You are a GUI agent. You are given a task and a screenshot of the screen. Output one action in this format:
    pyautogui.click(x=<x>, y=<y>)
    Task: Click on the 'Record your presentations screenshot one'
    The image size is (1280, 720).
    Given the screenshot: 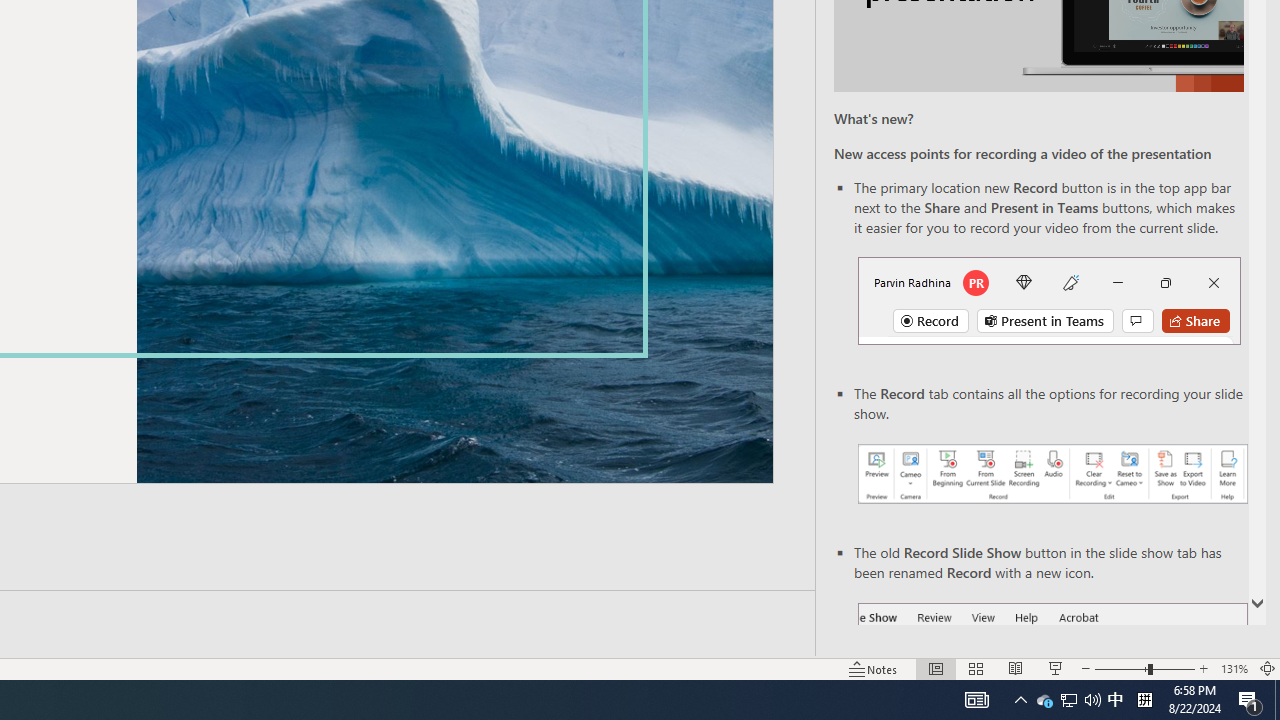 What is the action you would take?
    pyautogui.click(x=1051, y=474)
    